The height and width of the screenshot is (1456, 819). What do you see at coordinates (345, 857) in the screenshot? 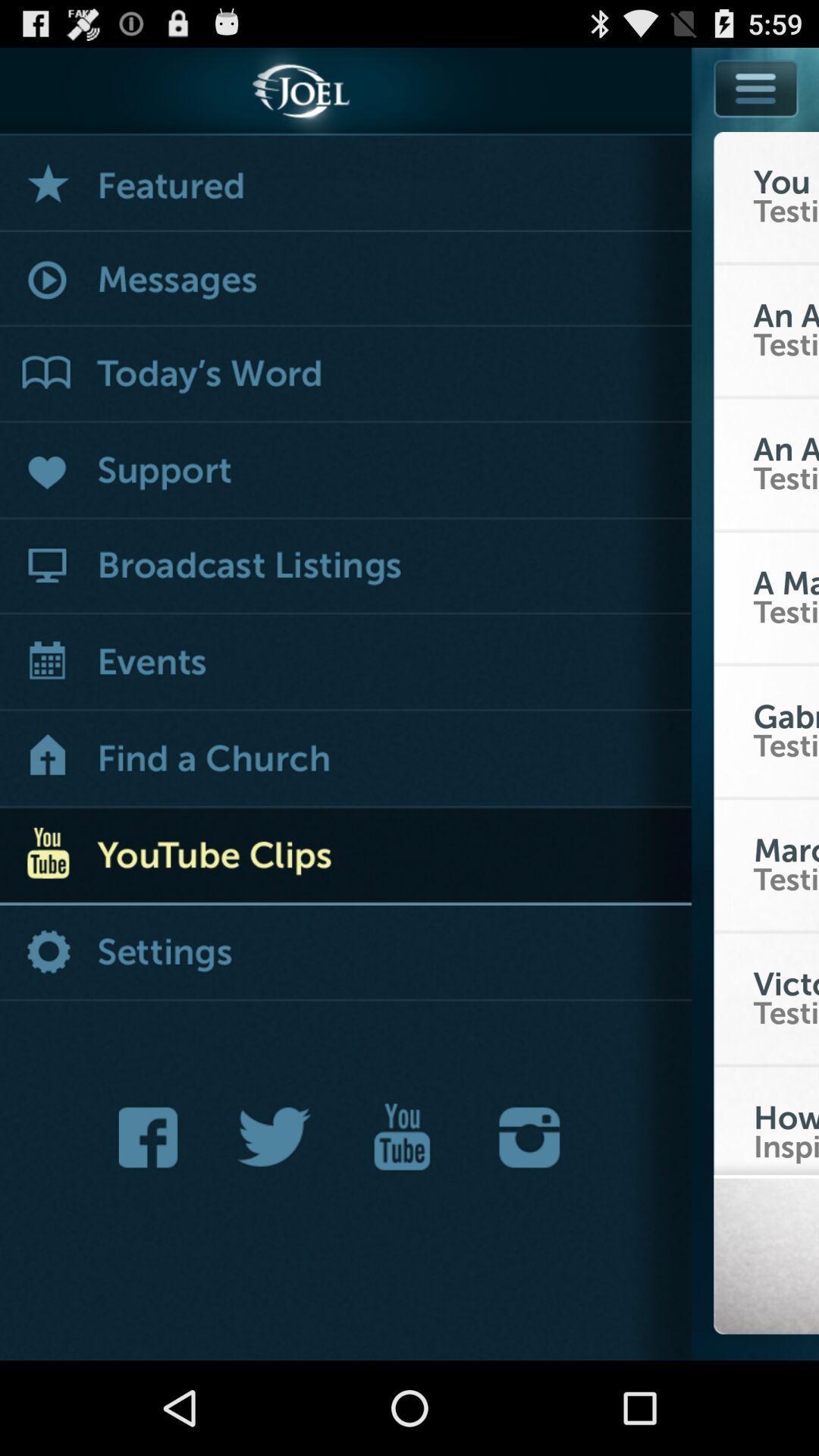
I see `youtube clips` at bounding box center [345, 857].